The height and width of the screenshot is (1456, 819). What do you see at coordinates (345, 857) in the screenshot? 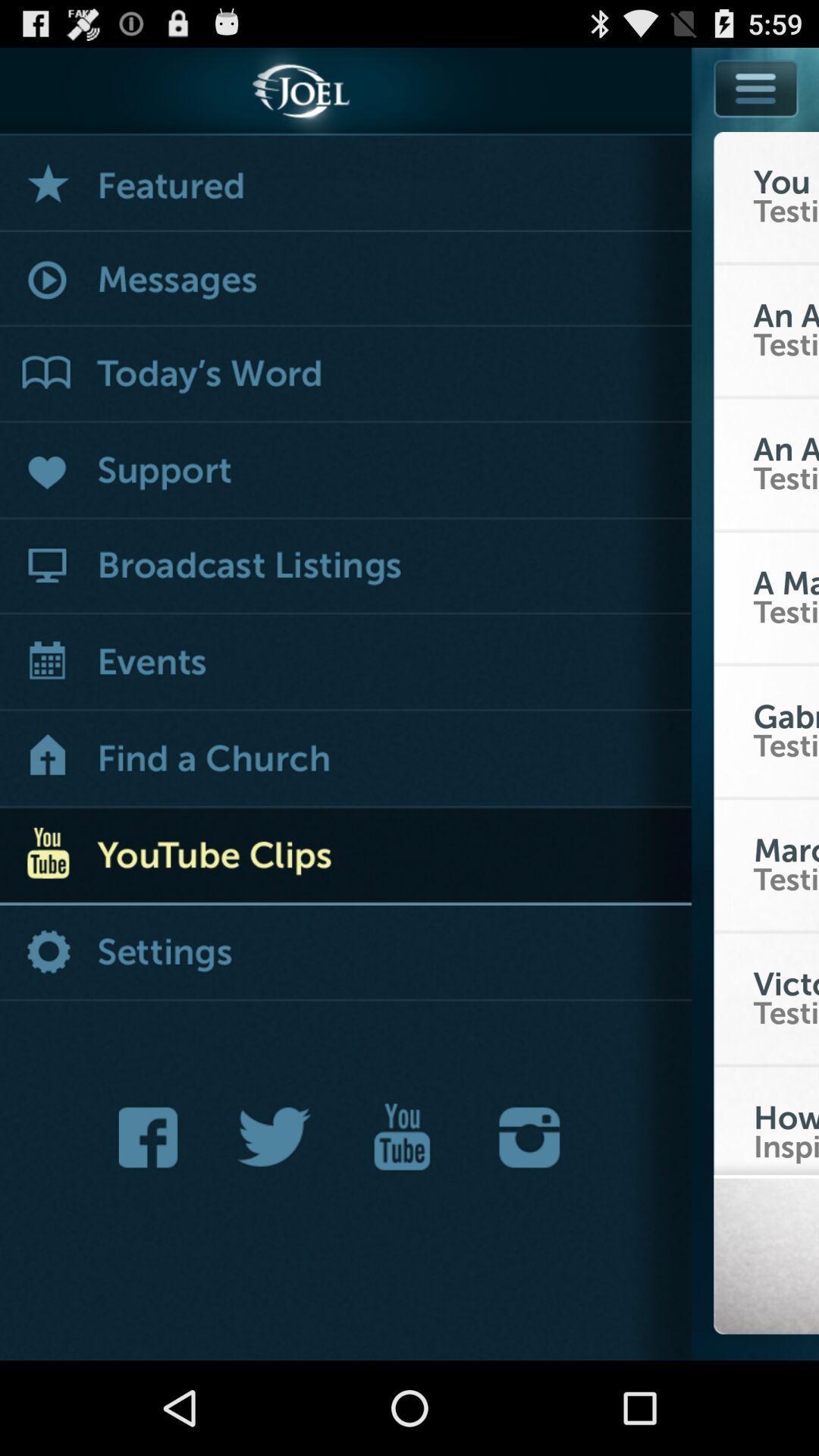
I see `youtube clips` at bounding box center [345, 857].